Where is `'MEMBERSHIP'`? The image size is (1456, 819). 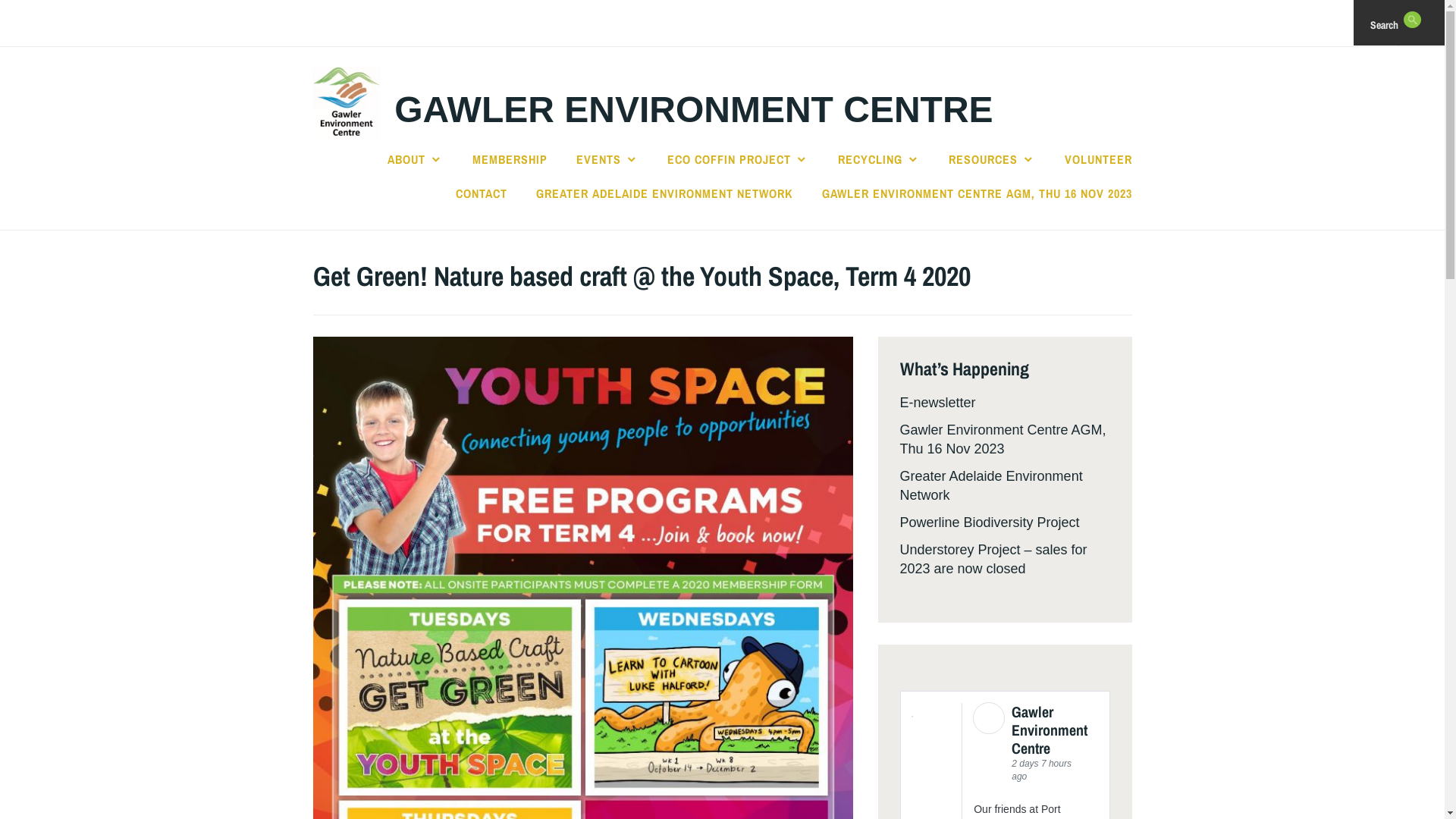
'MEMBERSHIP' is located at coordinates (510, 158).